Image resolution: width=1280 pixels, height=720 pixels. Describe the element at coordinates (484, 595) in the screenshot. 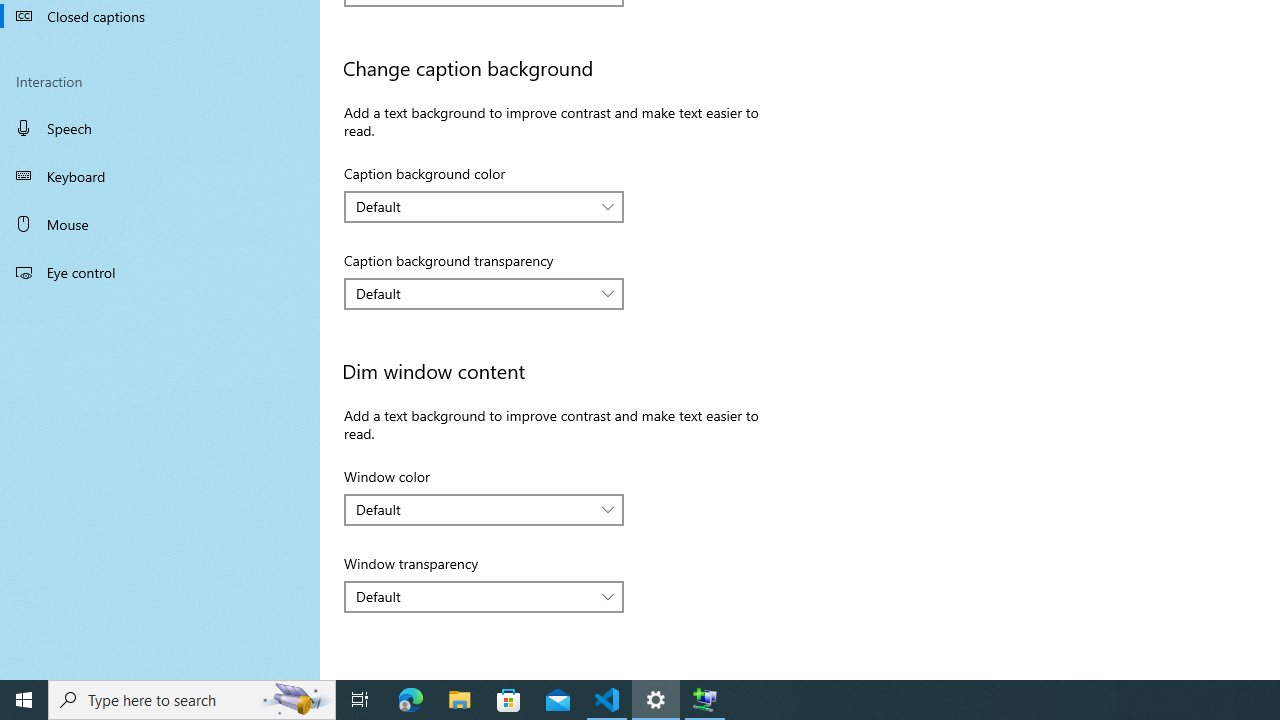

I see `'Window transparency'` at that location.